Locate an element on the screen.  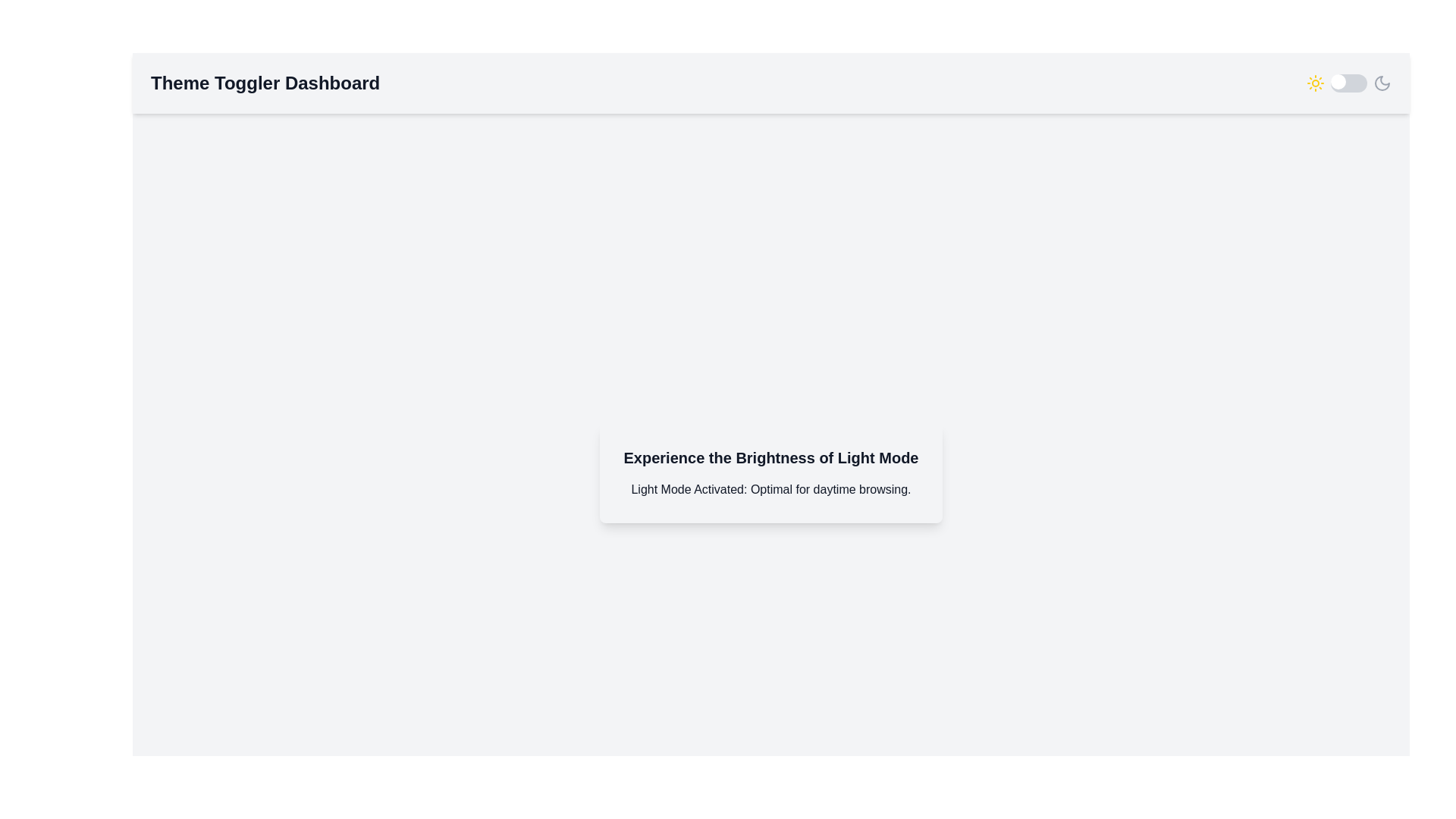
the toggle switch located at the top-right corner of the interface, which is styled as a rounded rectangle with a smooth gray background, to change the theme is located at coordinates (1349, 83).